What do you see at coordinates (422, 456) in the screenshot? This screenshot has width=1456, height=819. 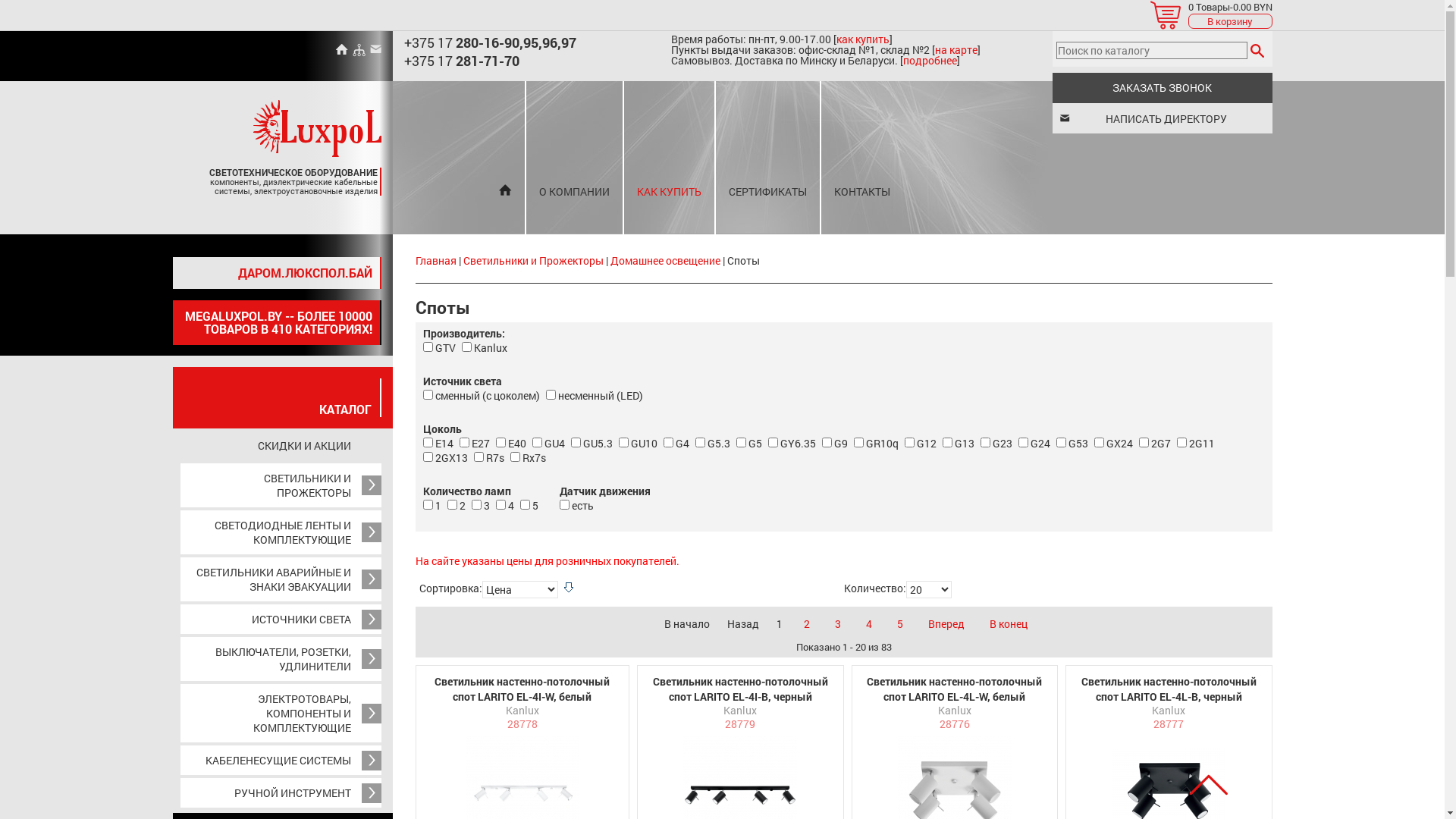 I see `'74'` at bounding box center [422, 456].